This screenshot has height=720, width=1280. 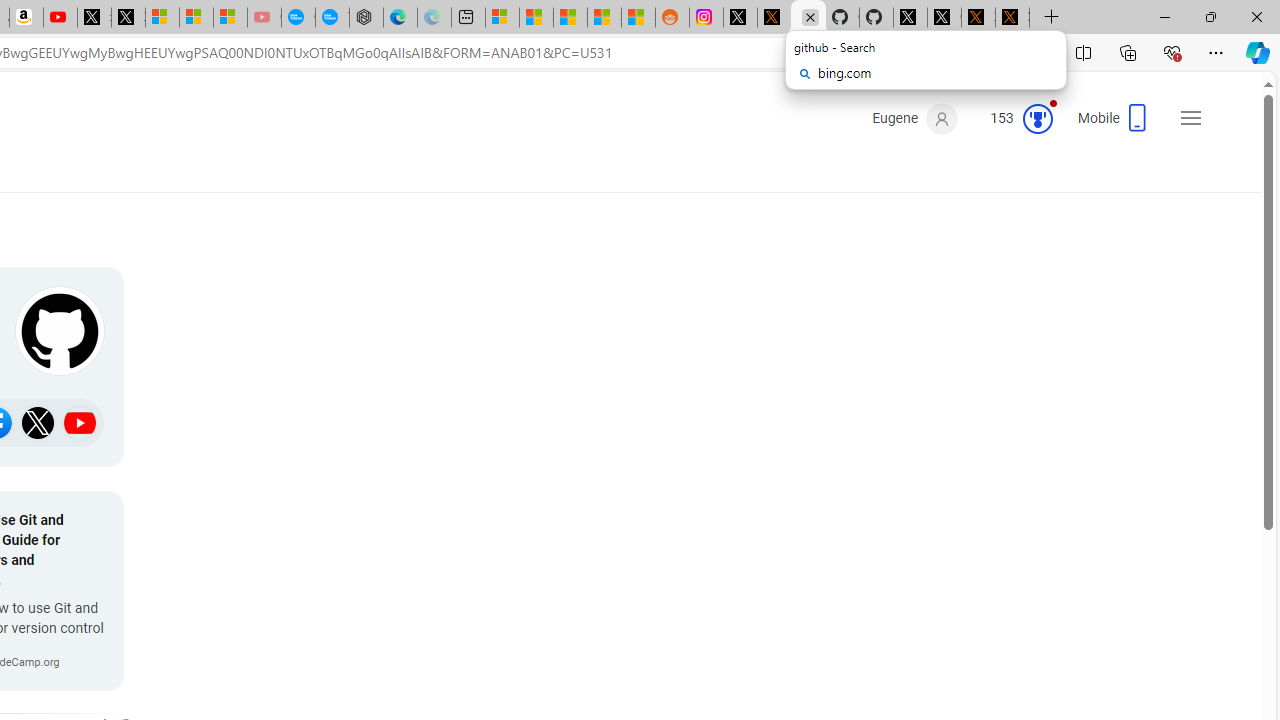 What do you see at coordinates (909, 17) in the screenshot?
I see `'Profile / X'` at bounding box center [909, 17].